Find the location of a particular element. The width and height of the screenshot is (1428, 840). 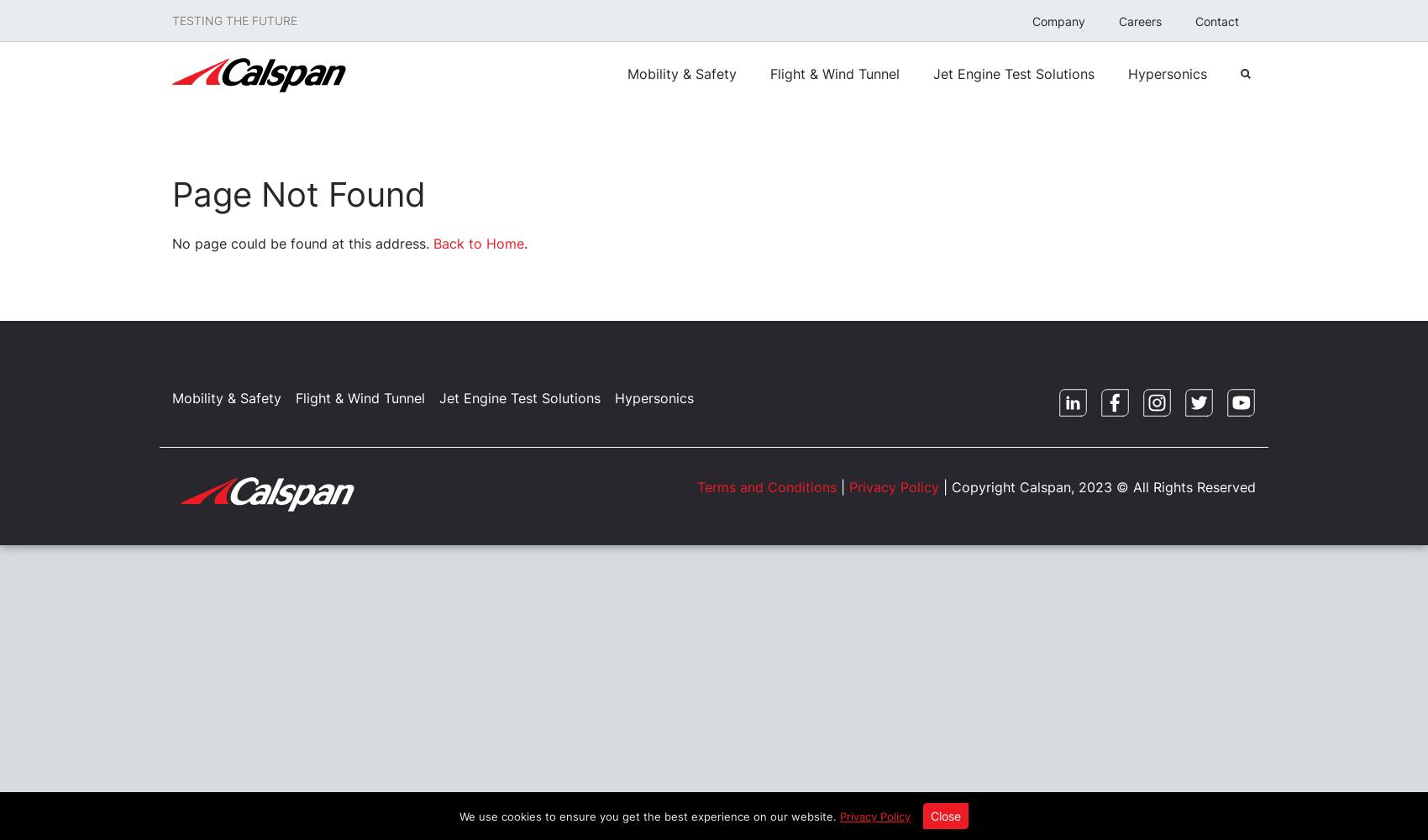

'No page could be found at this address.' is located at coordinates (171, 244).